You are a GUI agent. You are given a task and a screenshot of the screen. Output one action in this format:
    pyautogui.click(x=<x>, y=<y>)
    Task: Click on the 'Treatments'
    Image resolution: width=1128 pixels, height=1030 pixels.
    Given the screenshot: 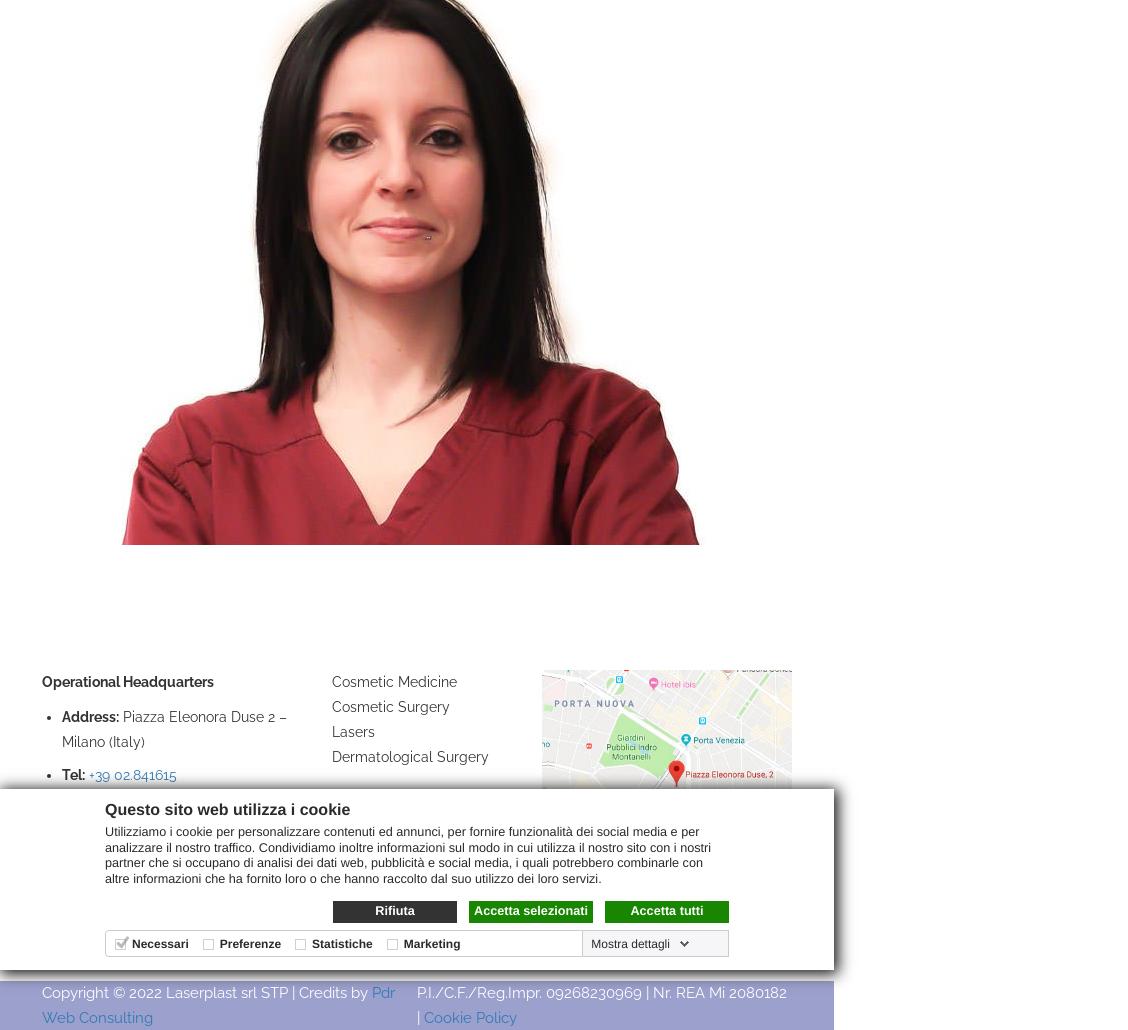 What is the action you would take?
    pyautogui.click(x=330, y=635)
    